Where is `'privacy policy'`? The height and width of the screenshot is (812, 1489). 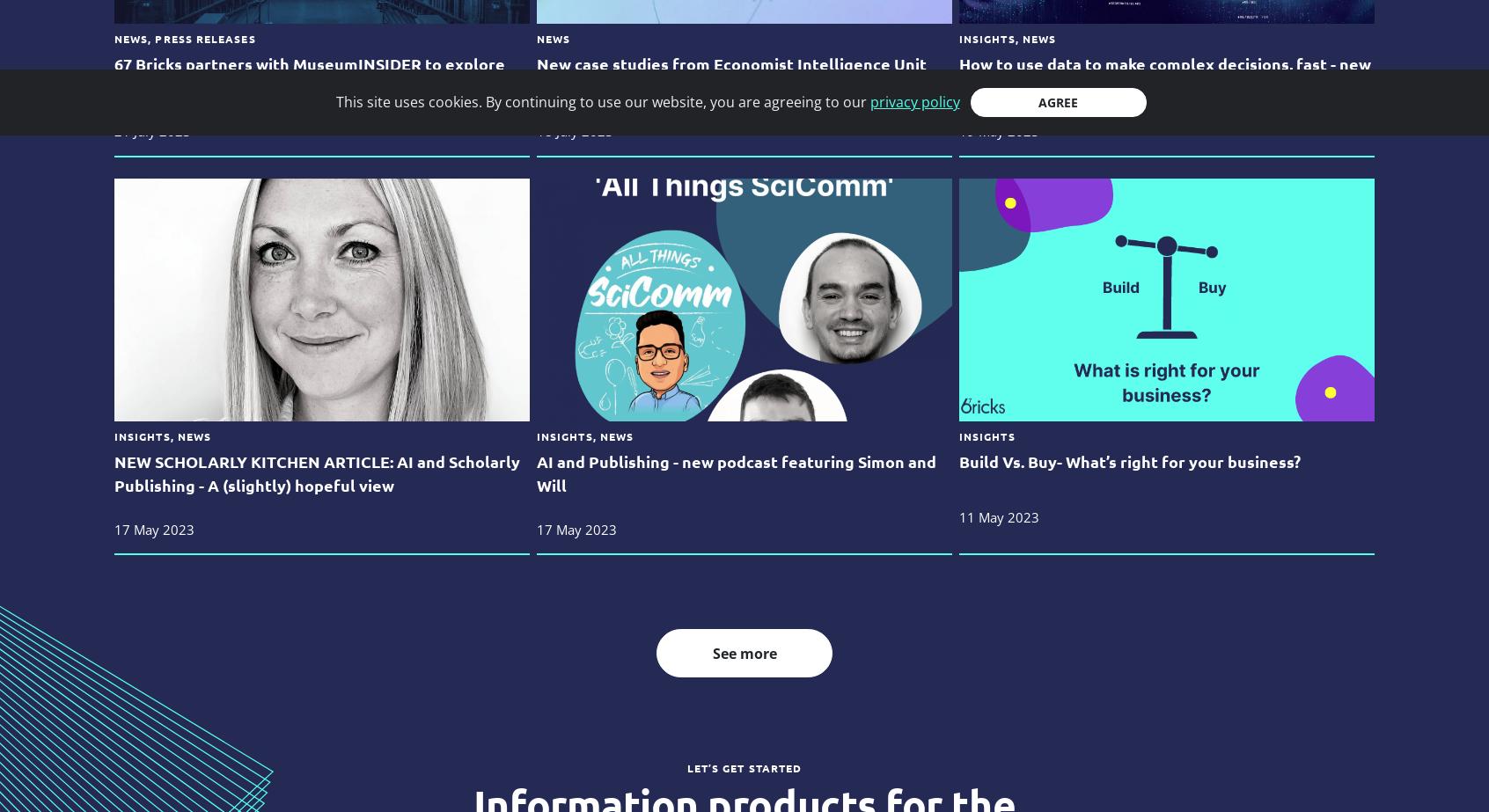 'privacy policy' is located at coordinates (913, 102).